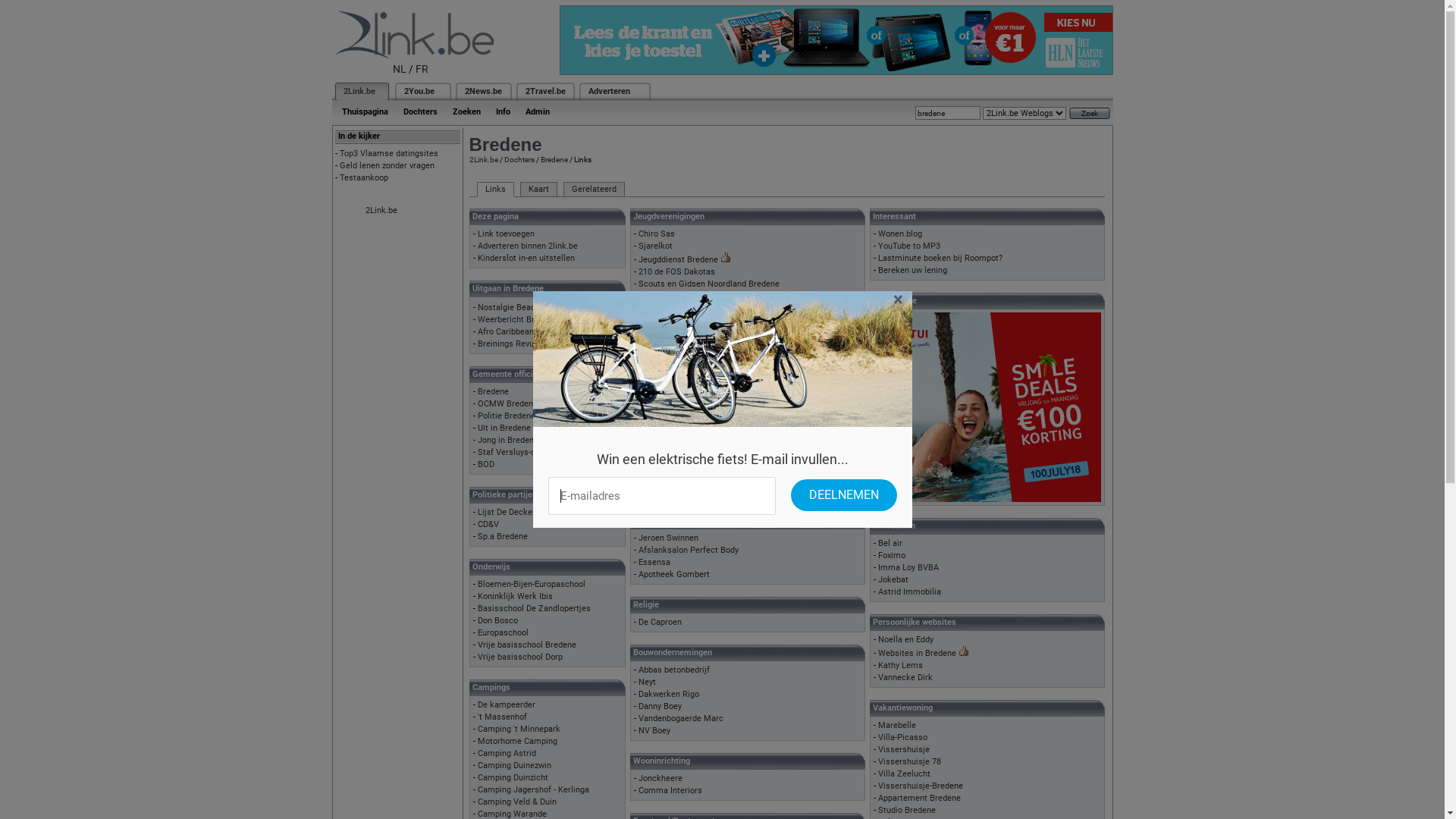 This screenshot has width=1456, height=819. Describe the element at coordinates (905, 676) in the screenshot. I see `'Vannecke Dirk'` at that location.